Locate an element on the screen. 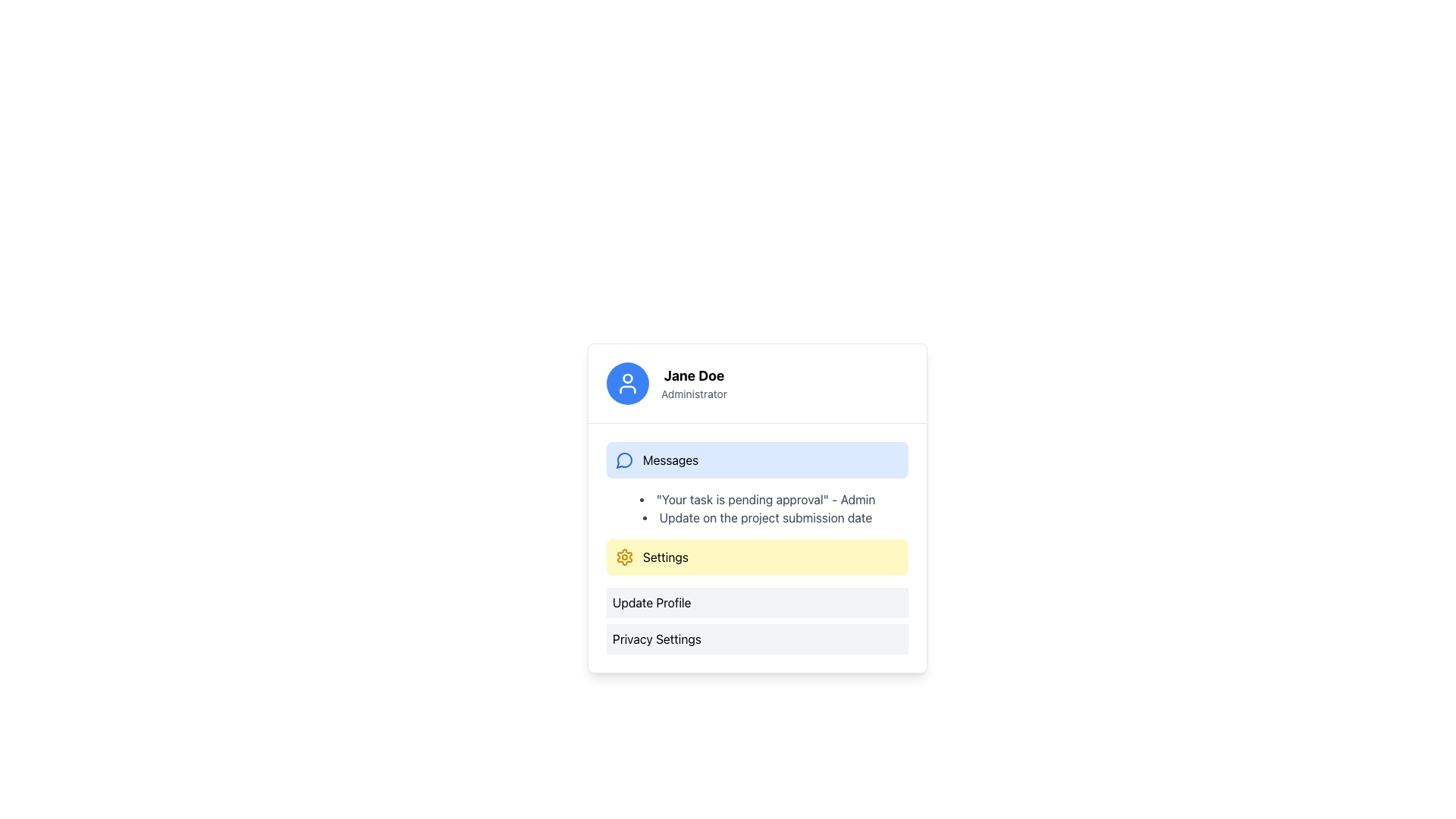 The height and width of the screenshot is (819, 1456). the circular user icon with a blue background and white border located at the top of the card component, adjacent to the text 'Jane Doe' and 'Administrator' is located at coordinates (628, 382).